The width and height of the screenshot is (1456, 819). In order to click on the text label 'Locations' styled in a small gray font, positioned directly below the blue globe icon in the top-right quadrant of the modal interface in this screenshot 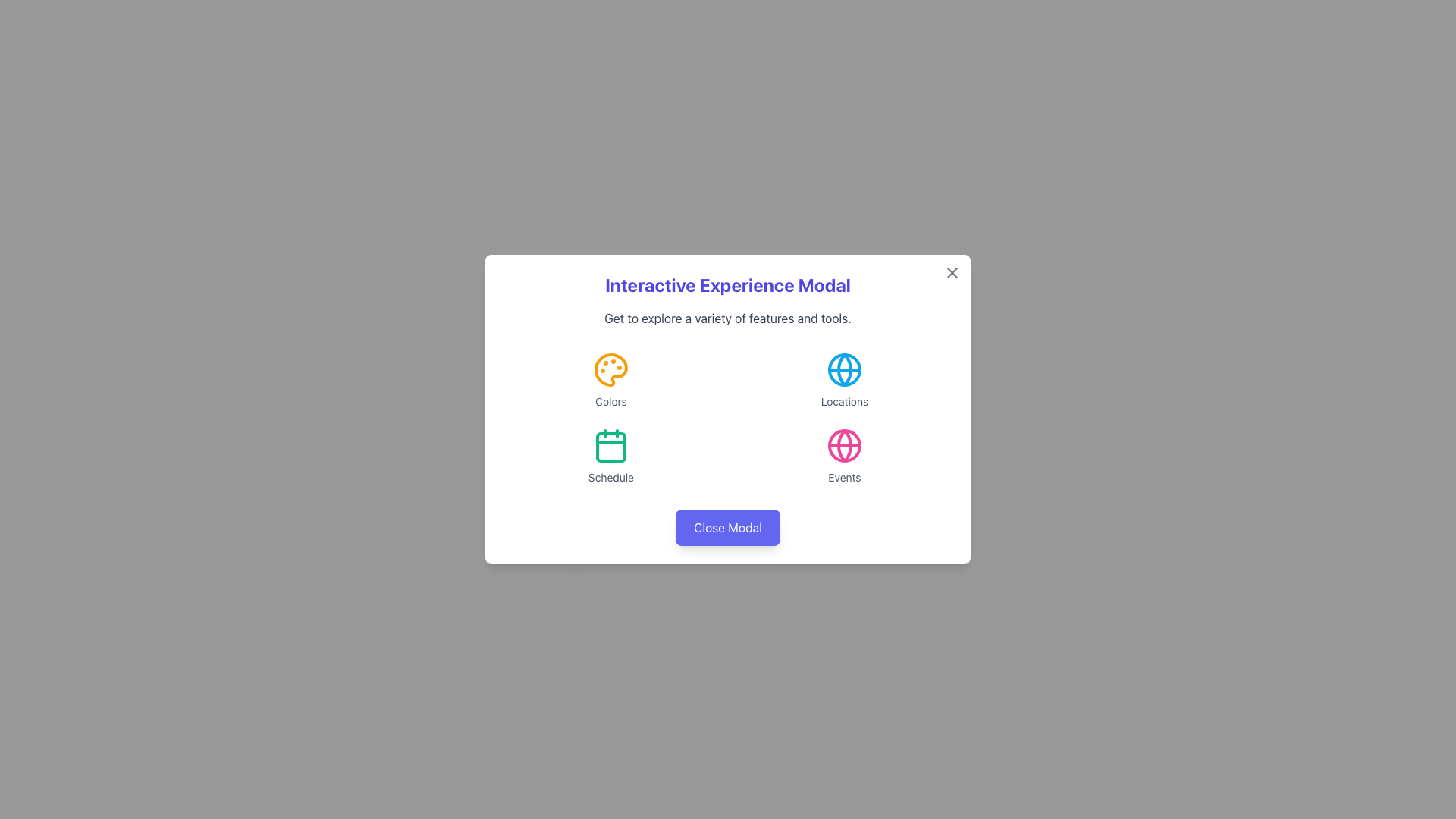, I will do `click(843, 400)`.